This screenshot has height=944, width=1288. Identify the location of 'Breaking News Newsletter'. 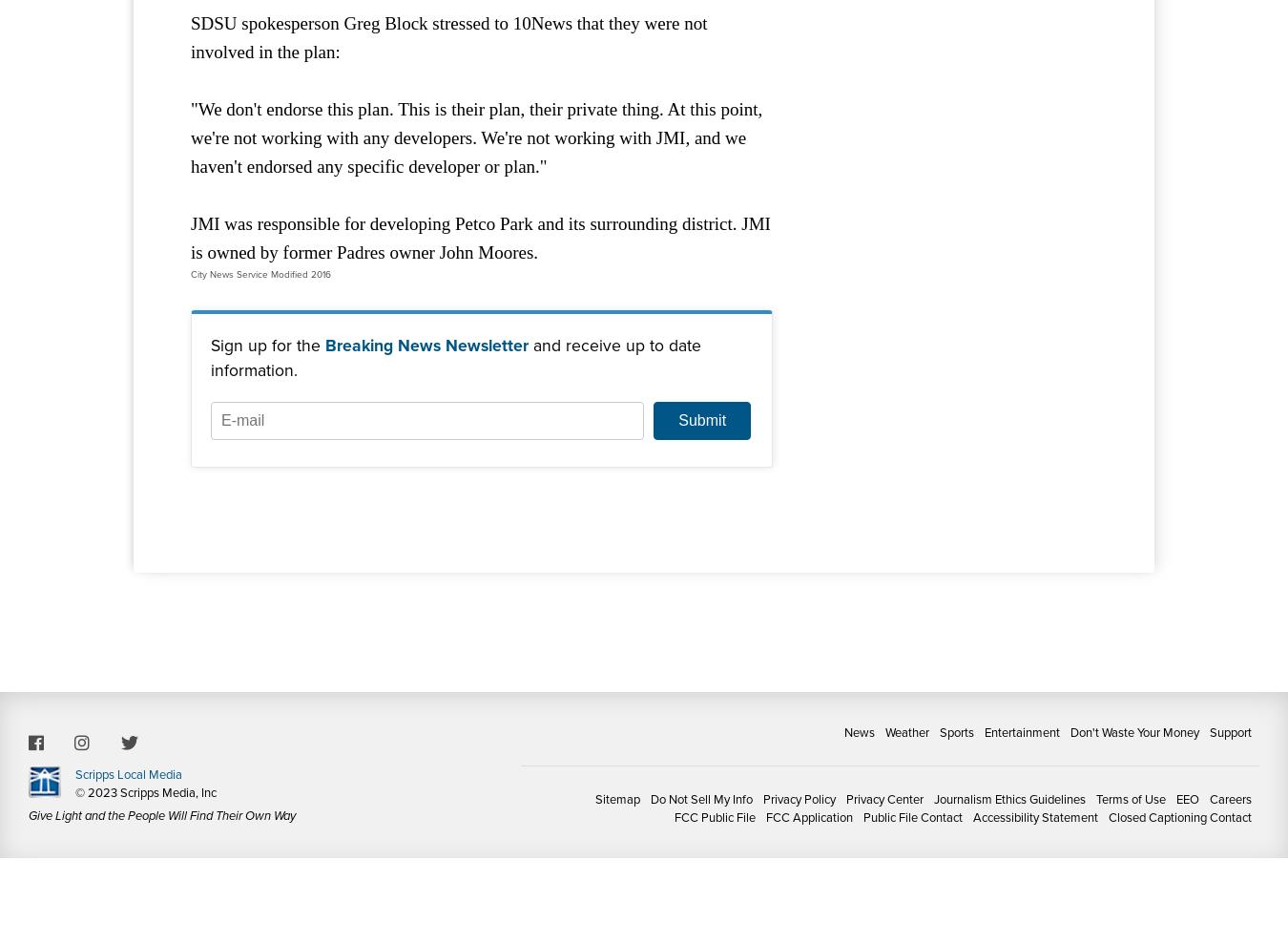
(426, 343).